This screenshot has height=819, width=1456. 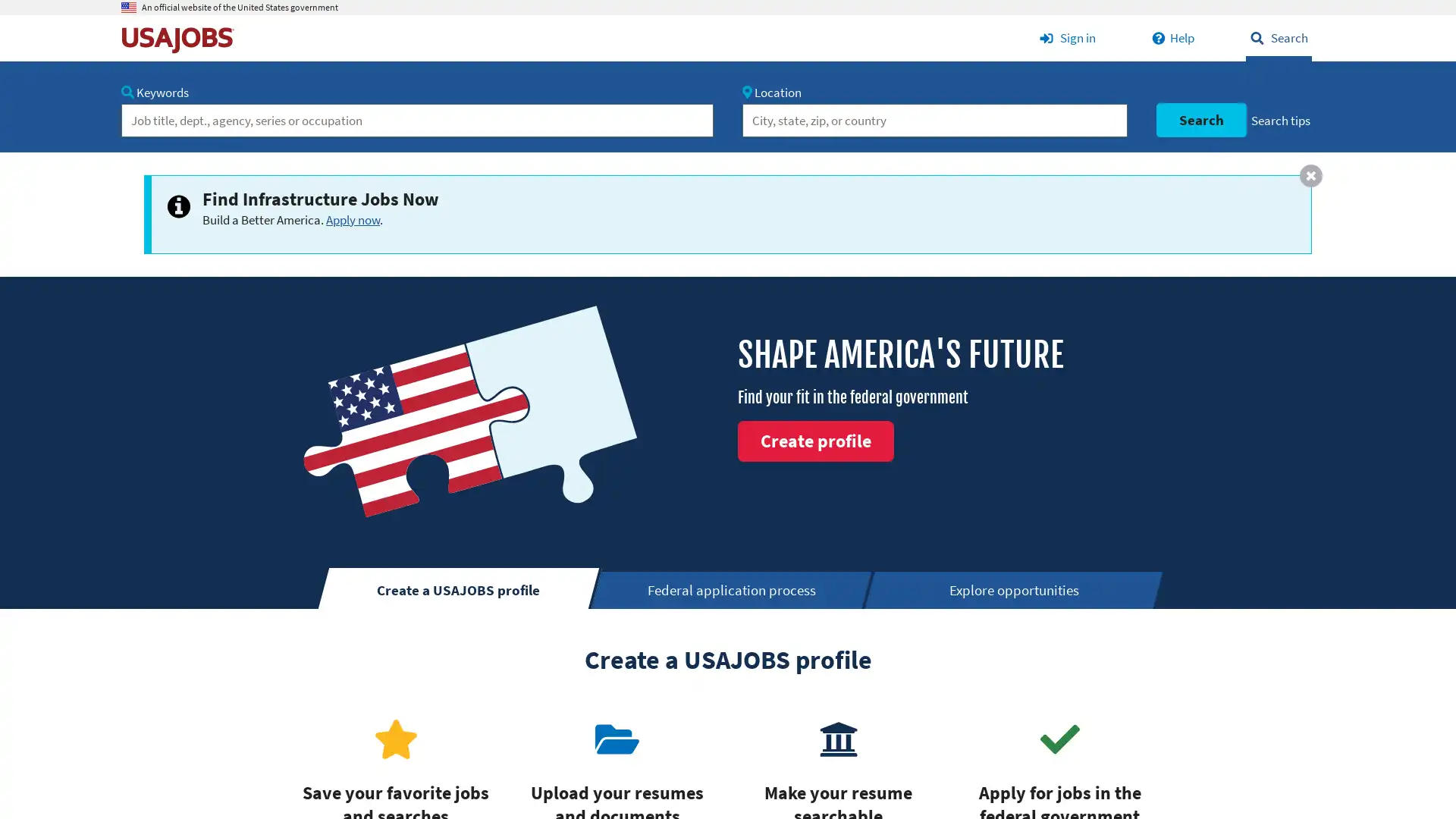 What do you see at coordinates (1310, 174) in the screenshot?
I see `Close` at bounding box center [1310, 174].